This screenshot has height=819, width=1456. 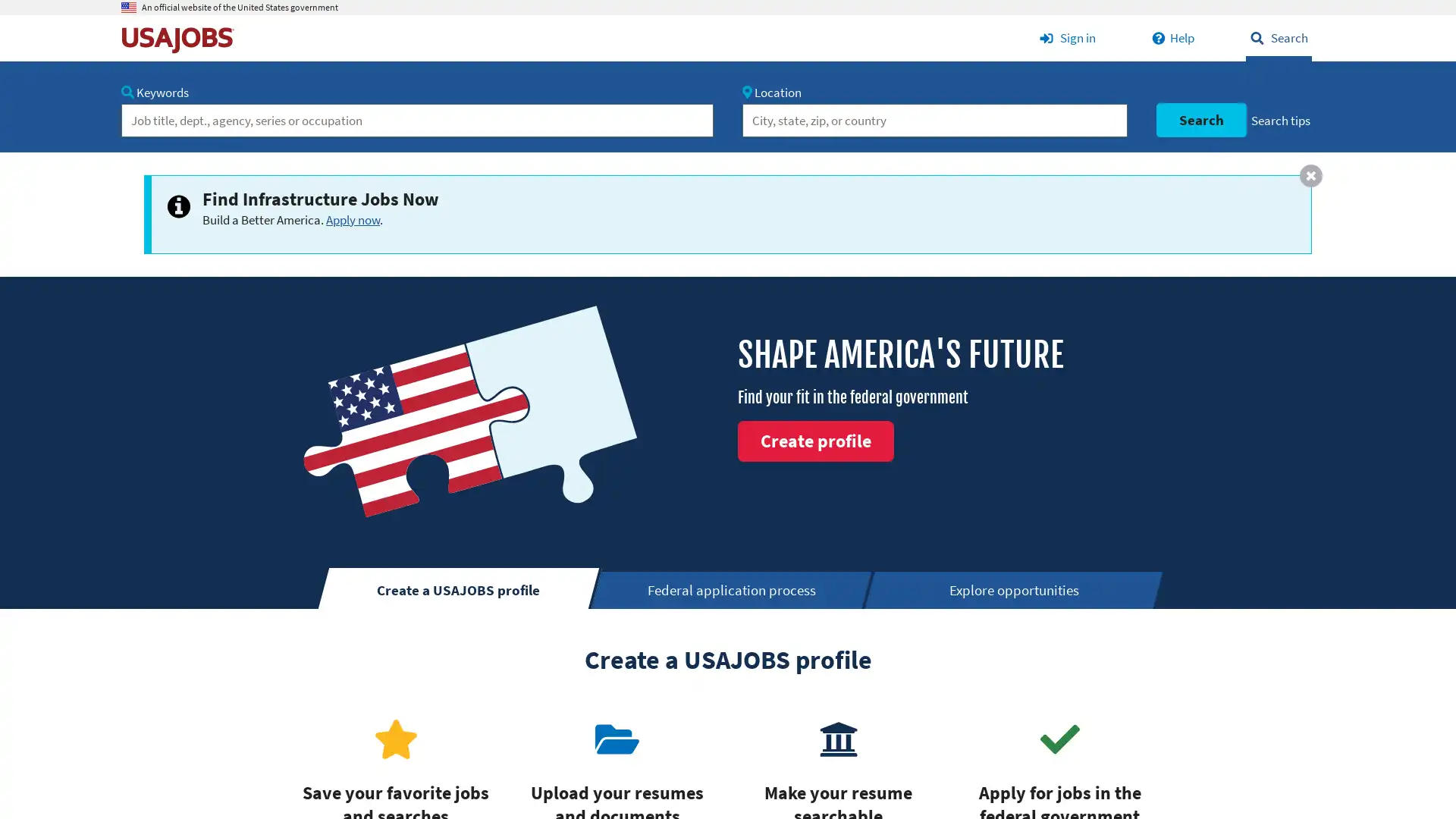 What do you see at coordinates (1310, 174) in the screenshot?
I see `Close` at bounding box center [1310, 174].